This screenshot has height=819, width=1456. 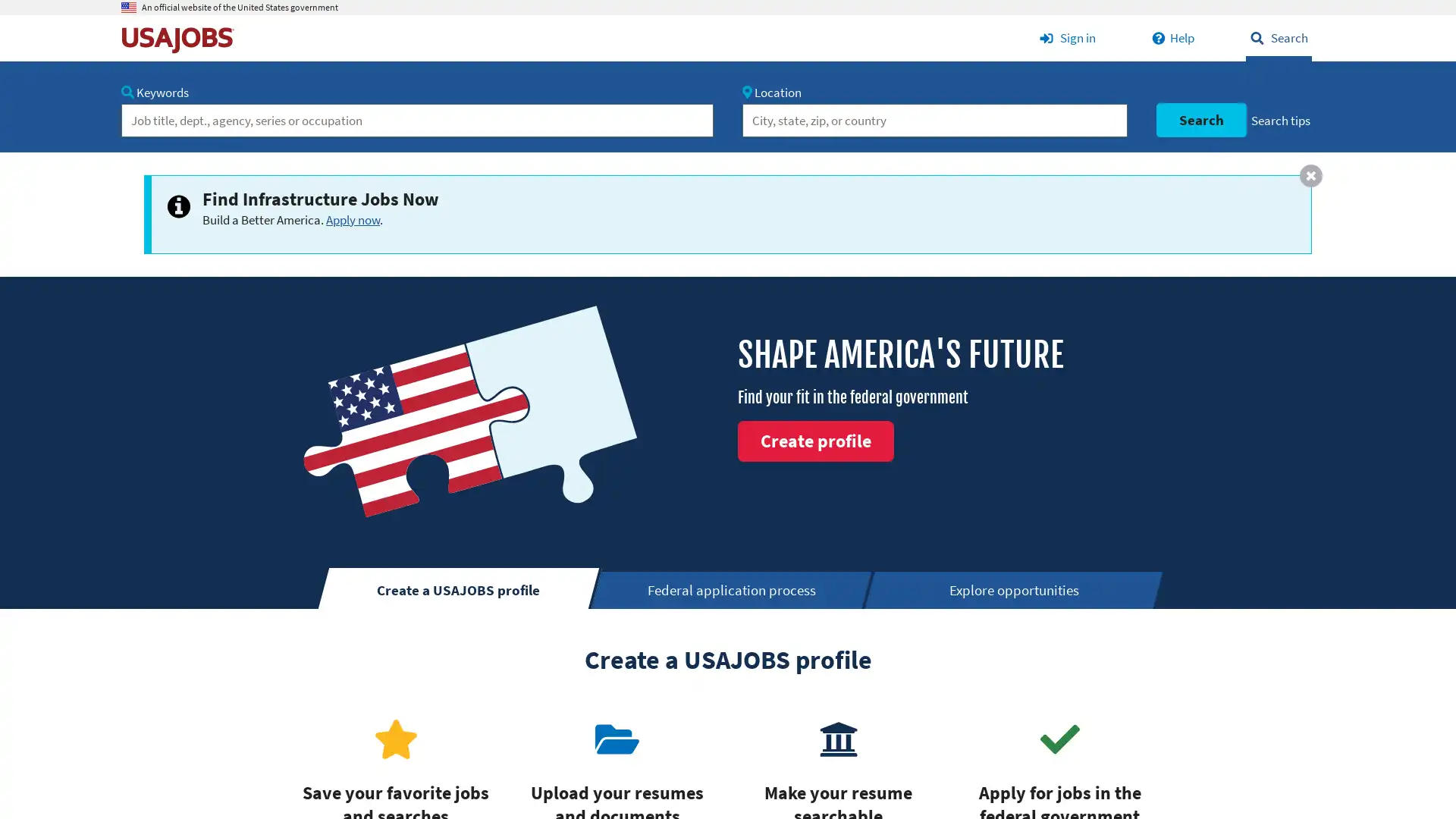 What do you see at coordinates (1310, 174) in the screenshot?
I see `Close` at bounding box center [1310, 174].